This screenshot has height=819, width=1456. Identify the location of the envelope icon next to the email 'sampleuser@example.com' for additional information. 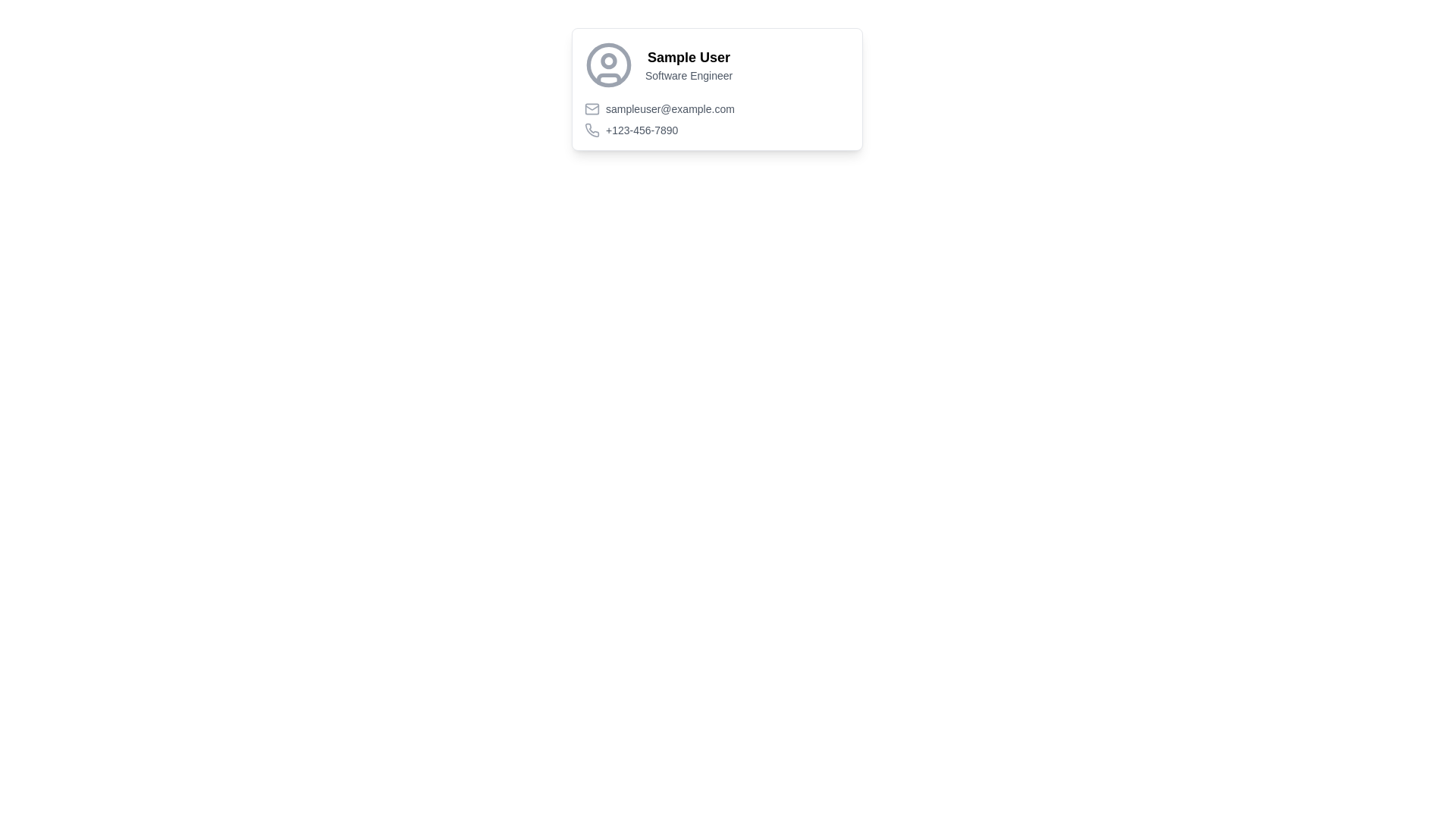
(716, 108).